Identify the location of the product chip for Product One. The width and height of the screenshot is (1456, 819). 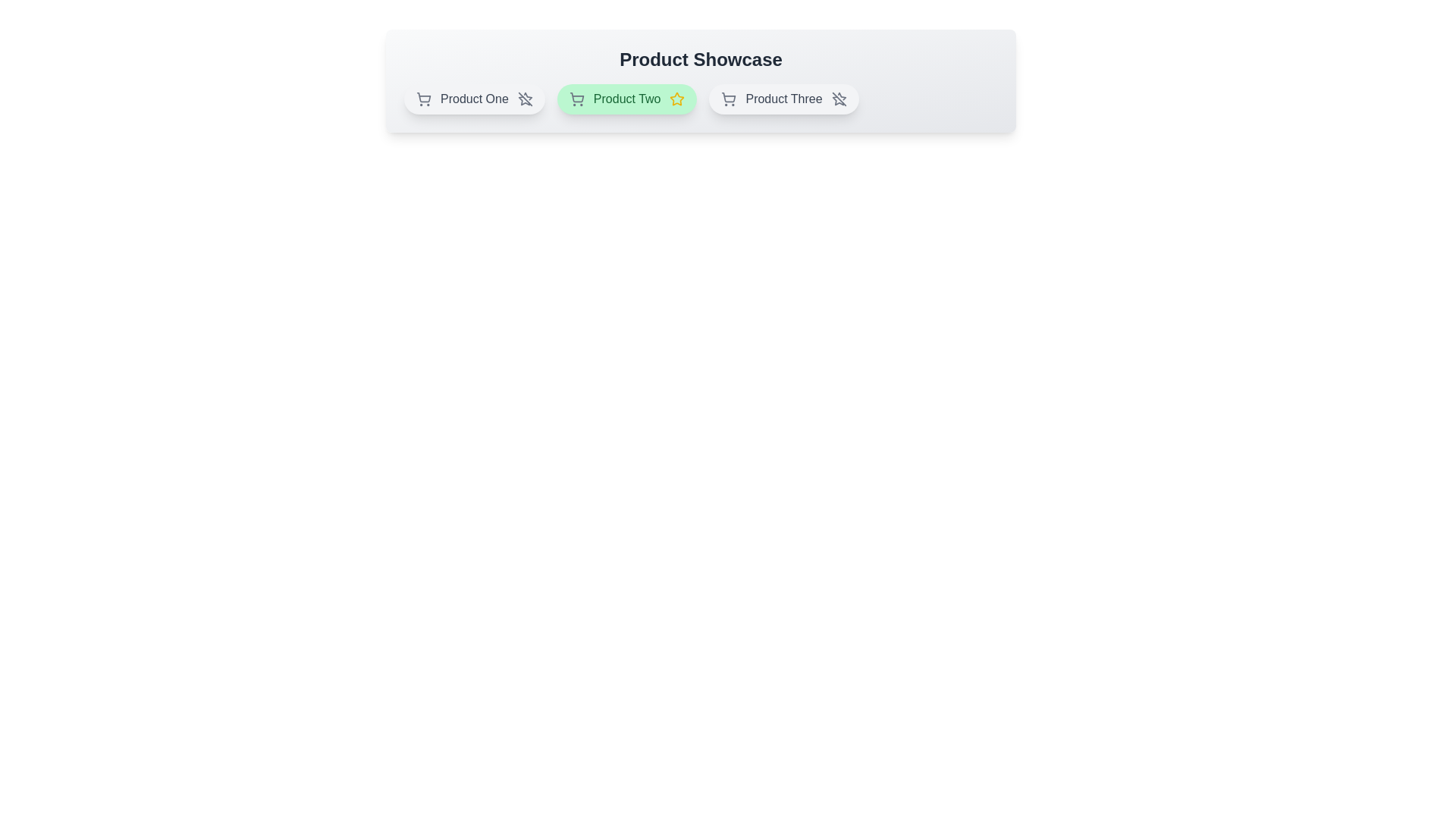
(472, 99).